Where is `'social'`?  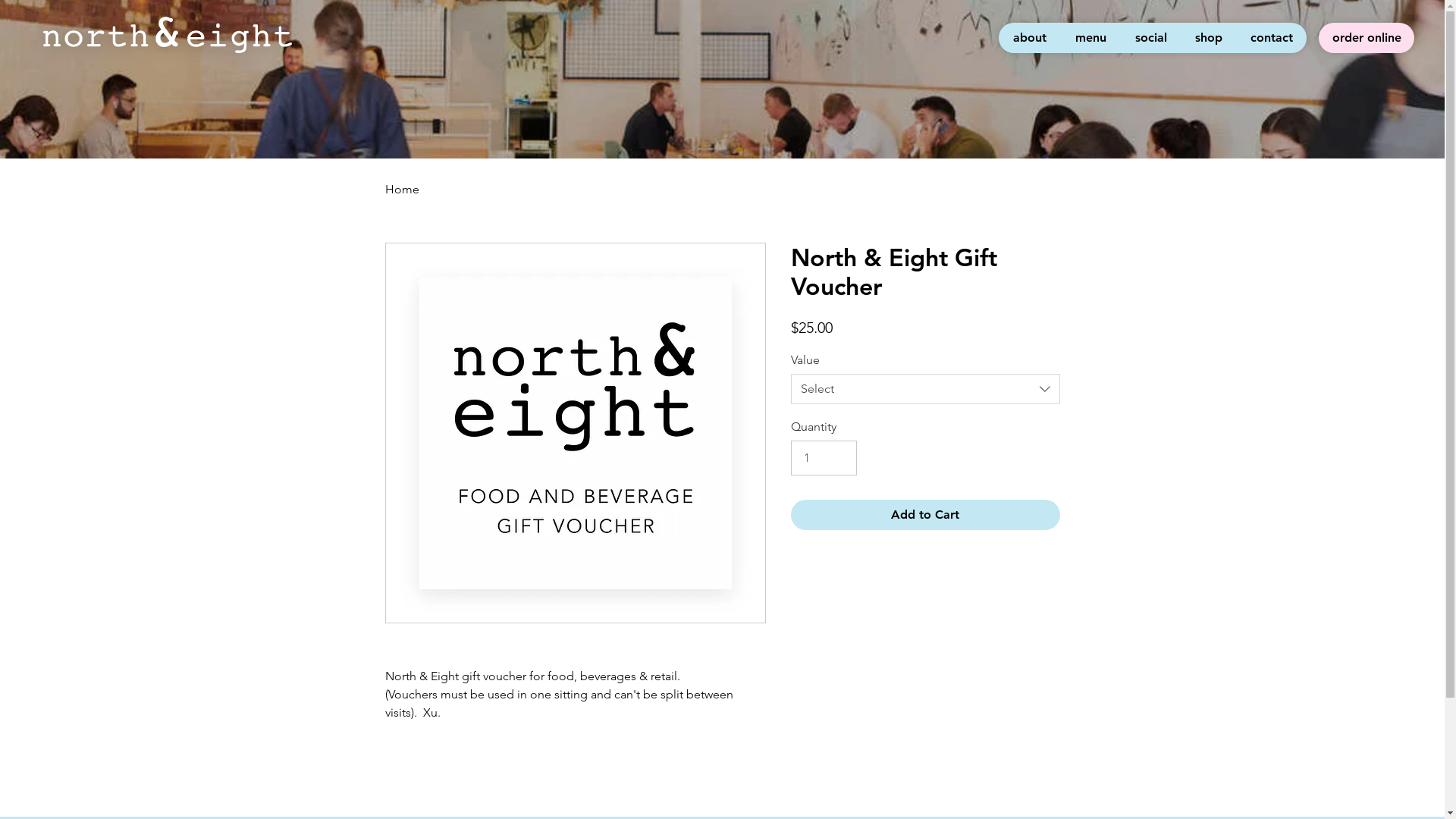 'social' is located at coordinates (1120, 37).